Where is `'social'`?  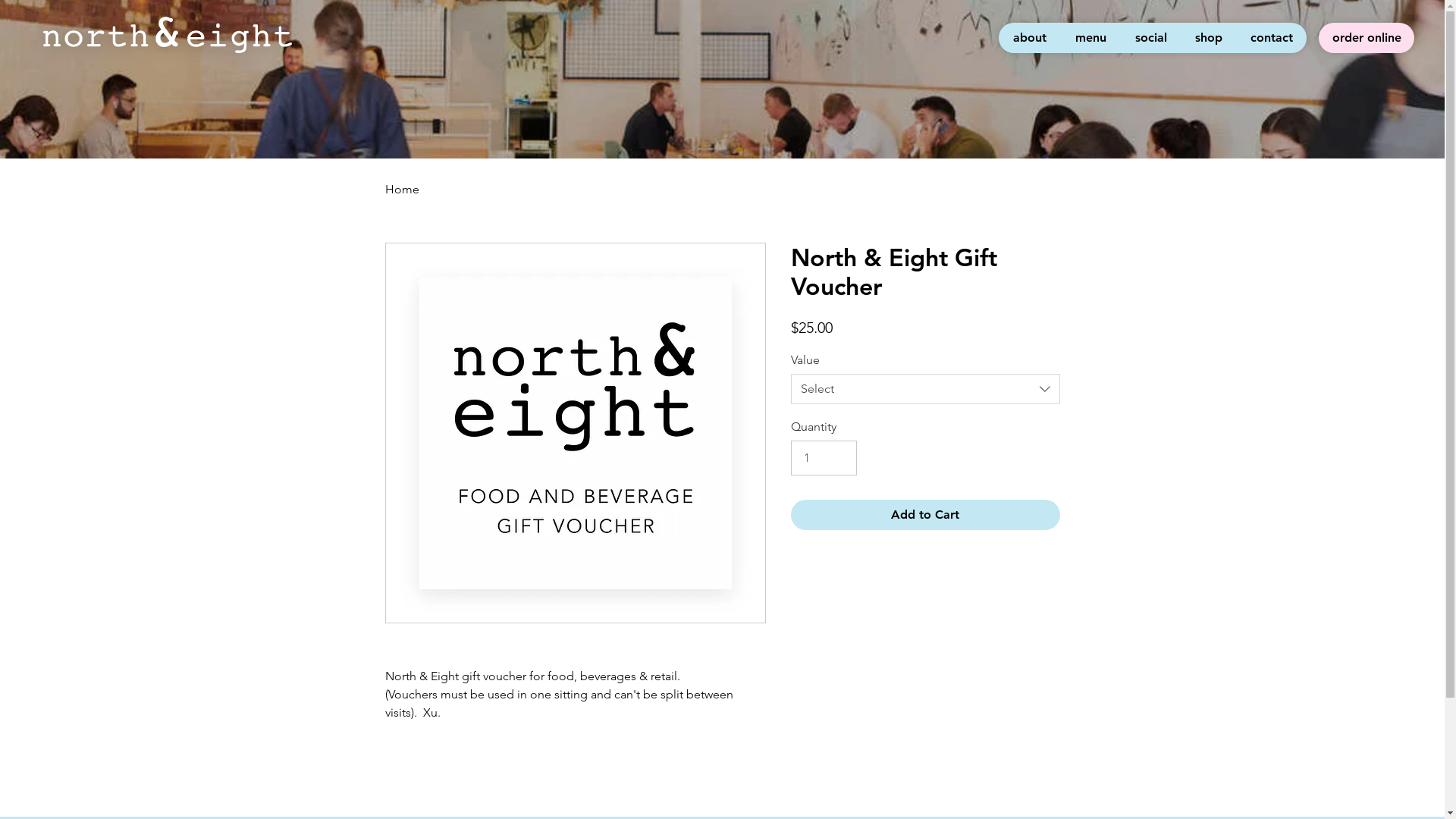 'social' is located at coordinates (1120, 37).